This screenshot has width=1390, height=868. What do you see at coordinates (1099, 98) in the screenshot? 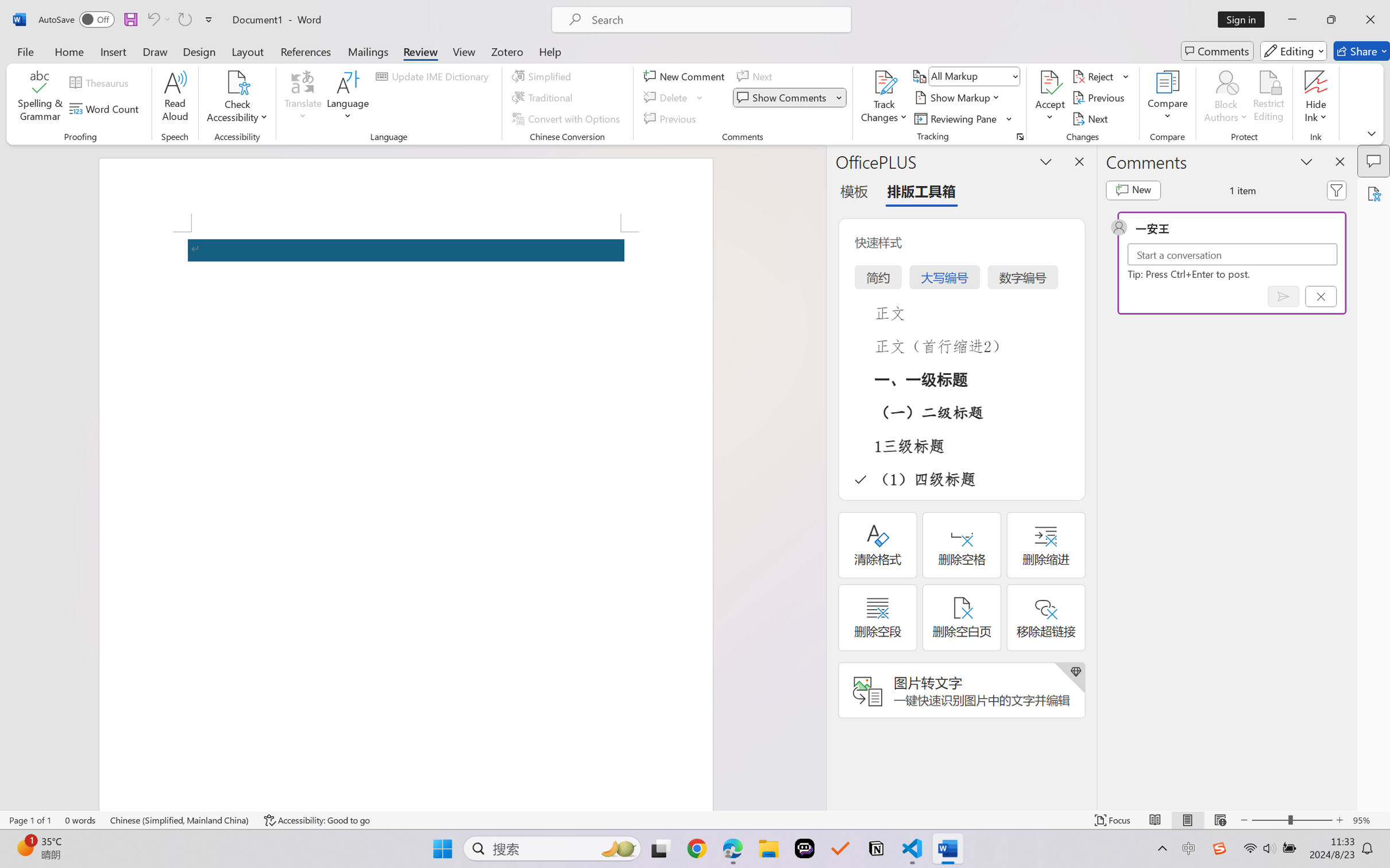
I see `'Previous'` at bounding box center [1099, 98].